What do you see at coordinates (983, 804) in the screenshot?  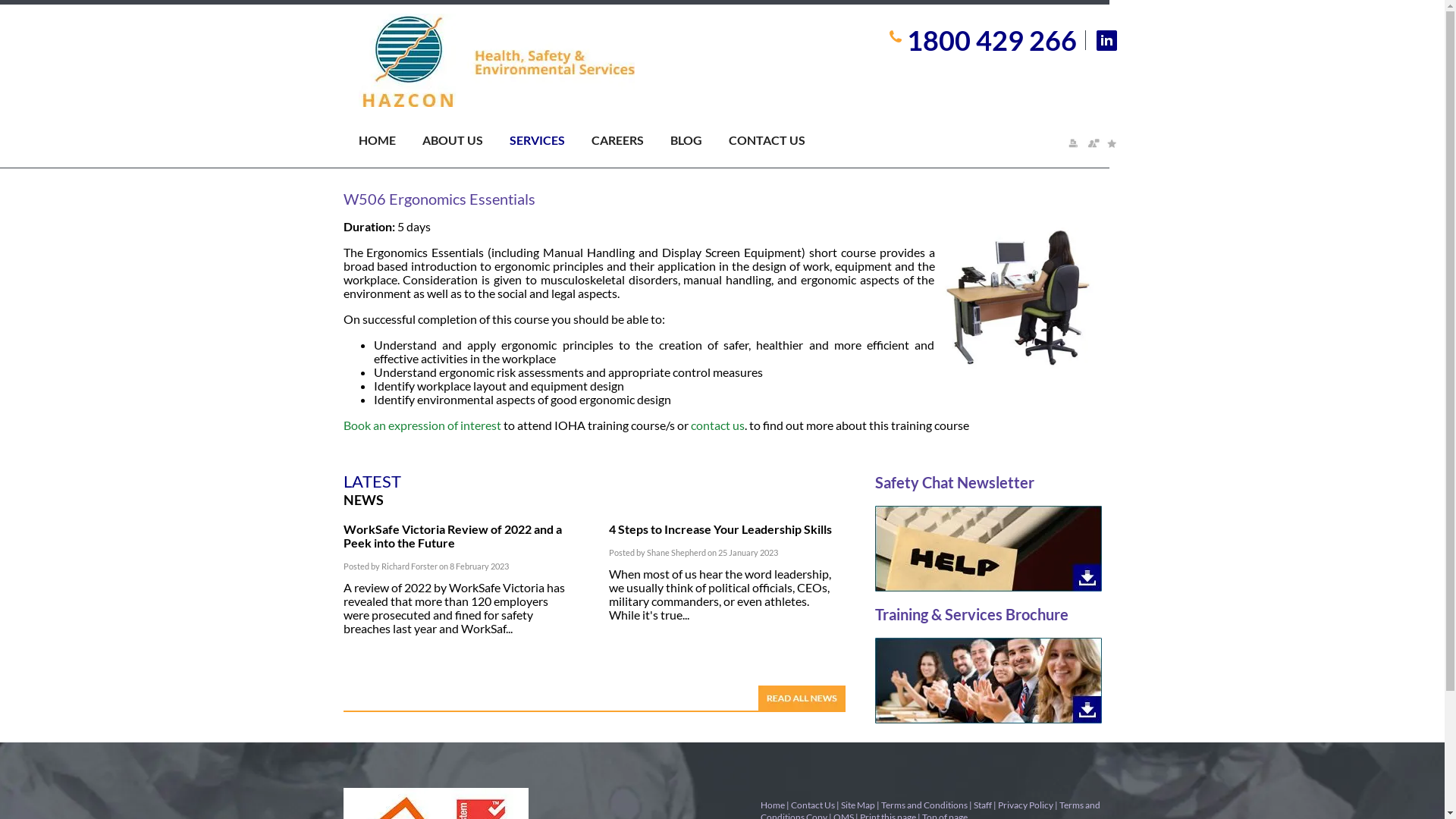 I see `'Staff'` at bounding box center [983, 804].